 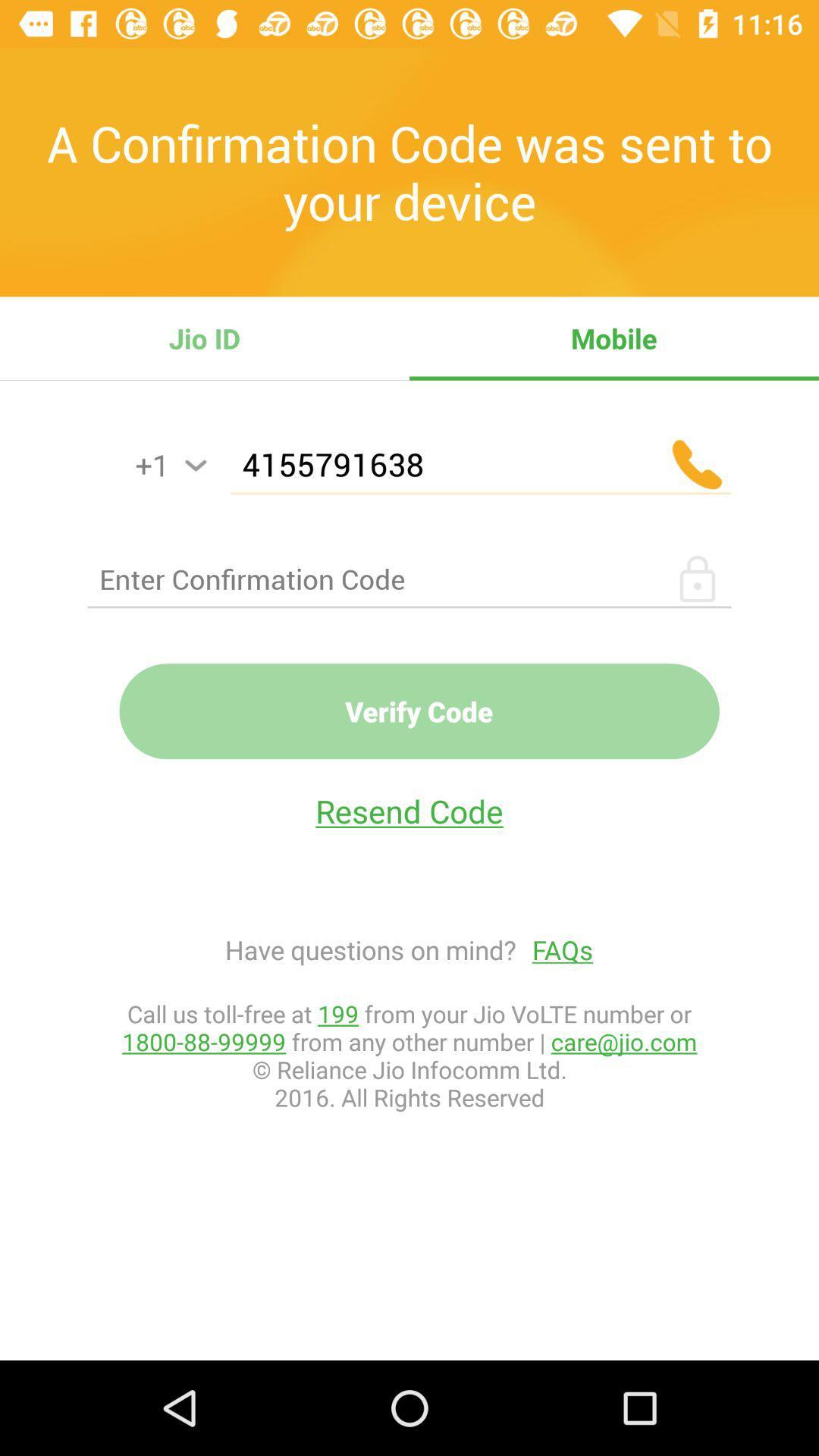 What do you see at coordinates (195, 465) in the screenshot?
I see `country code` at bounding box center [195, 465].